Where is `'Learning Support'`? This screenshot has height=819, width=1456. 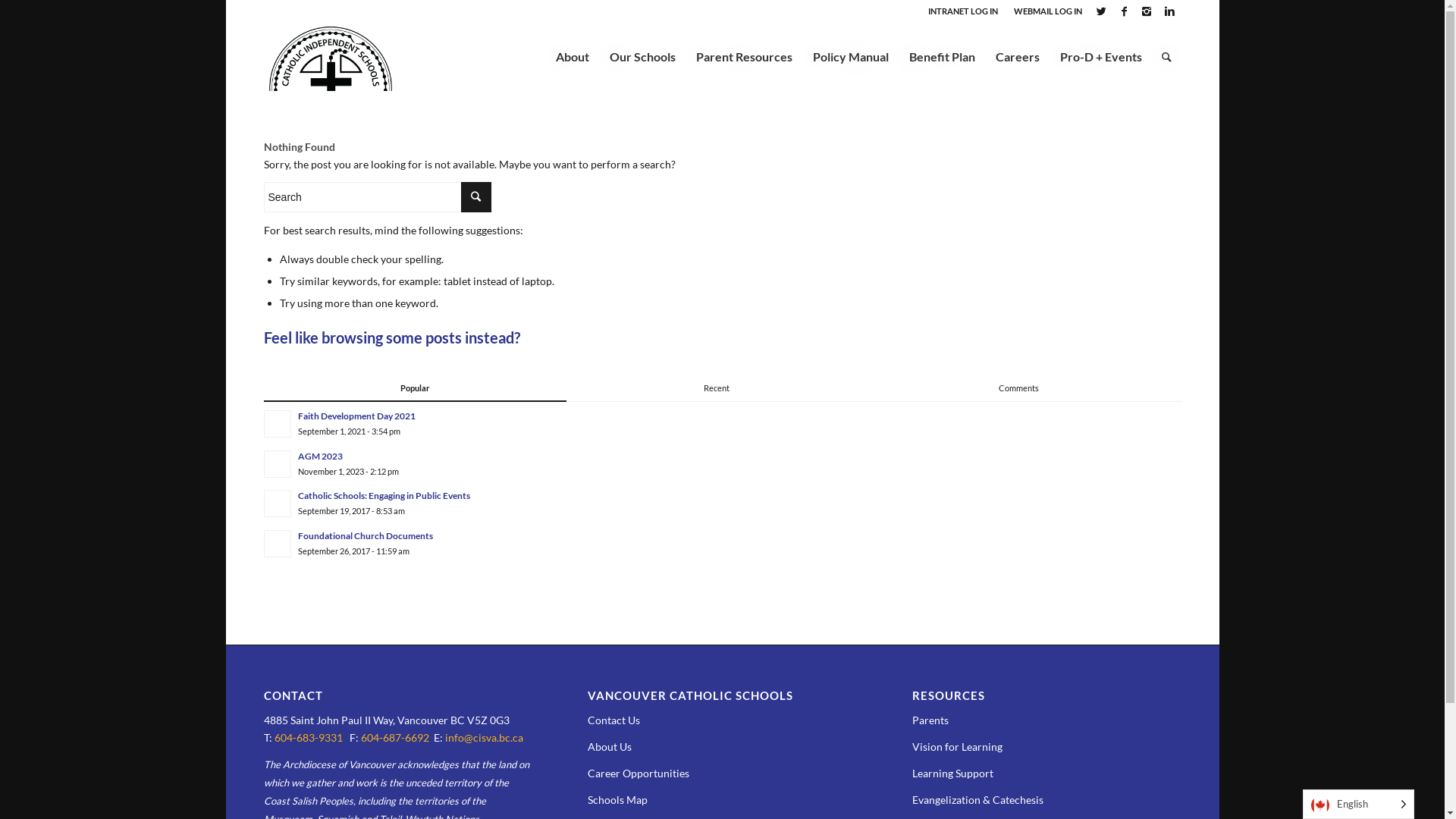 'Learning Support' is located at coordinates (952, 773).